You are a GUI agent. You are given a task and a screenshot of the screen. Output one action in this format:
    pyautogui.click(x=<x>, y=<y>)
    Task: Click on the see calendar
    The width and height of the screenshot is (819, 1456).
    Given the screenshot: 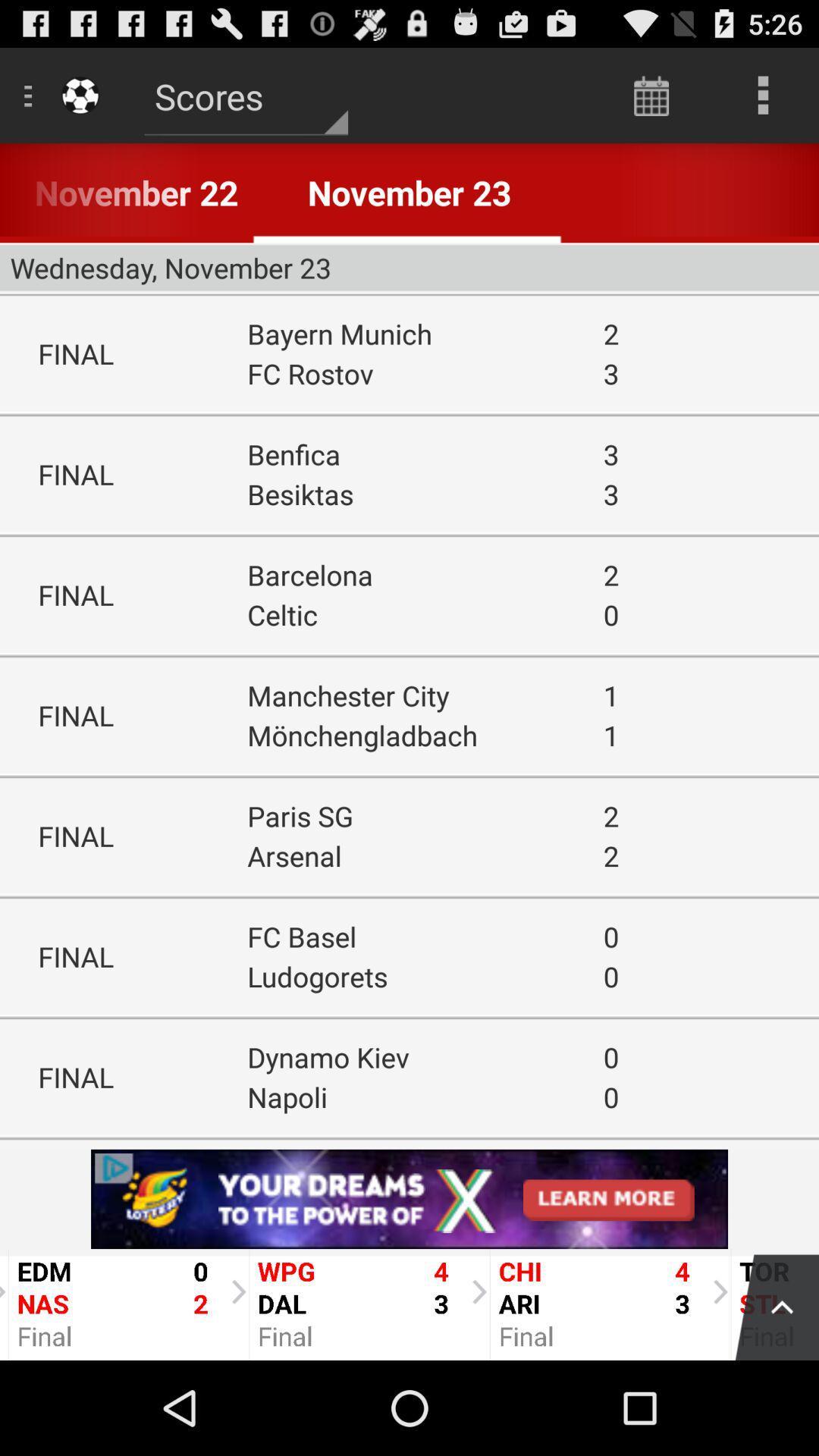 What is the action you would take?
    pyautogui.click(x=651, y=94)
    